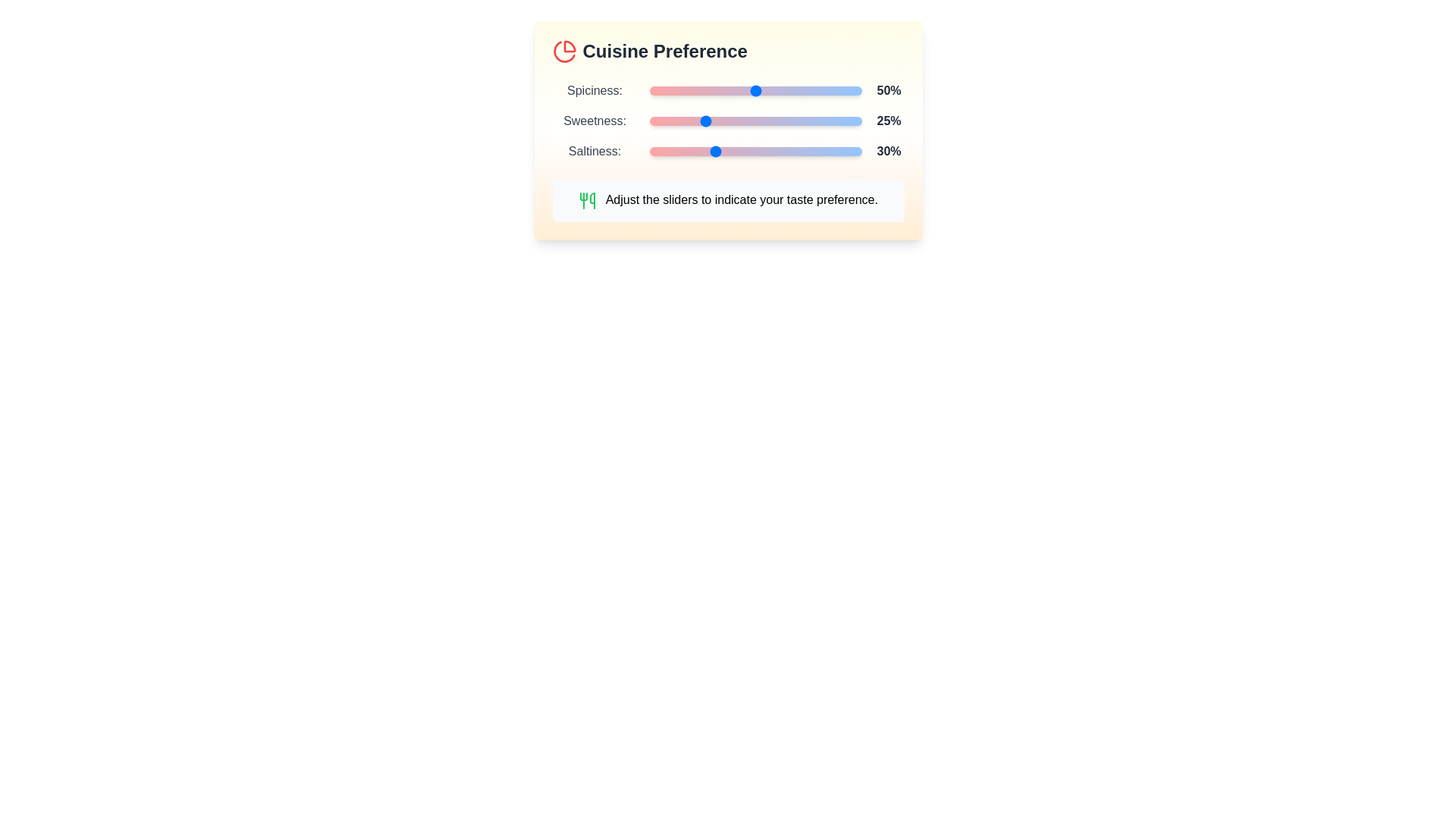  What do you see at coordinates (749, 90) in the screenshot?
I see `the spiciness slider to 47%` at bounding box center [749, 90].